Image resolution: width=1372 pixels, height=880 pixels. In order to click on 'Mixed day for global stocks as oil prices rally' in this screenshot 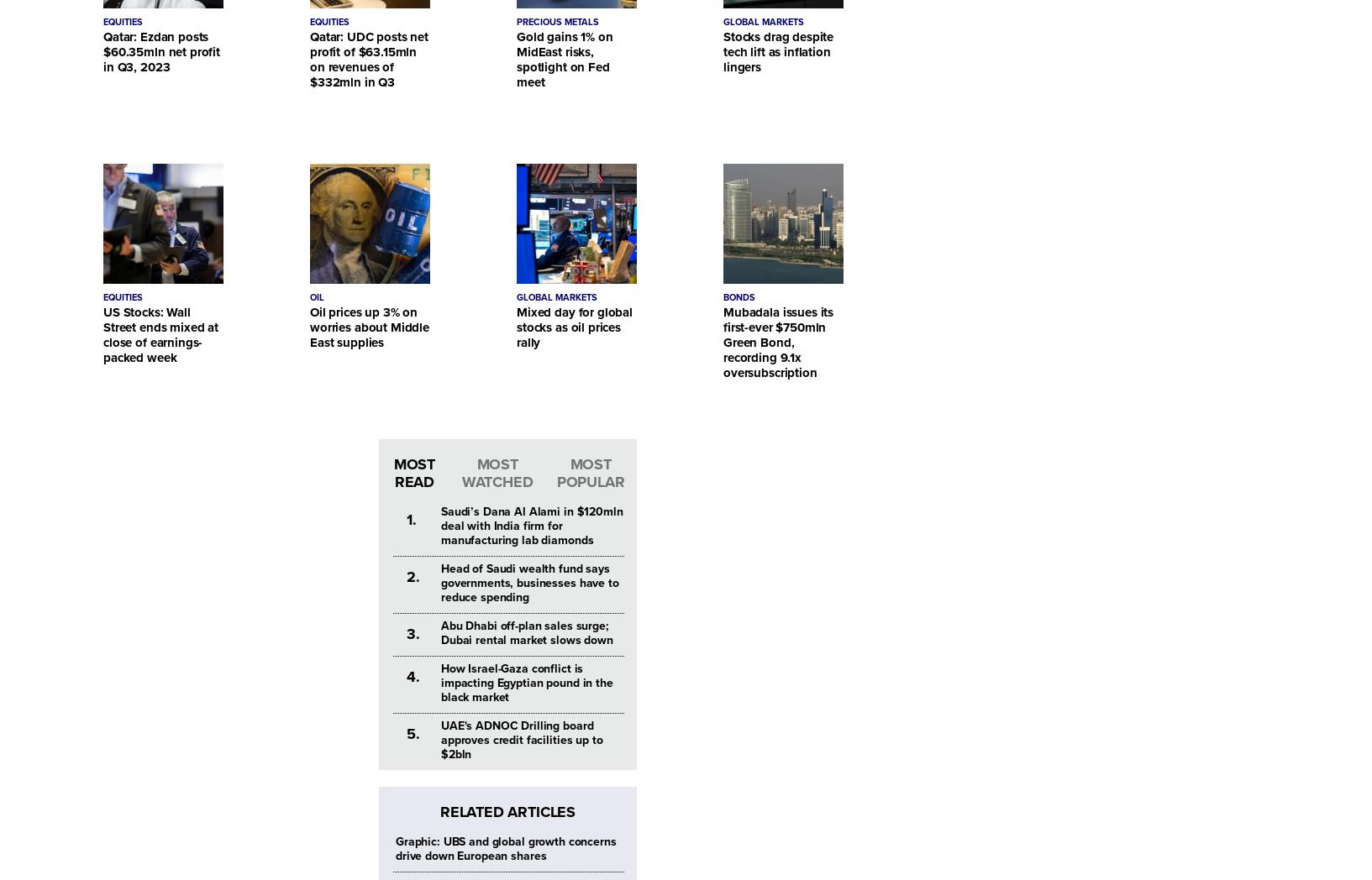, I will do `click(575, 326)`.